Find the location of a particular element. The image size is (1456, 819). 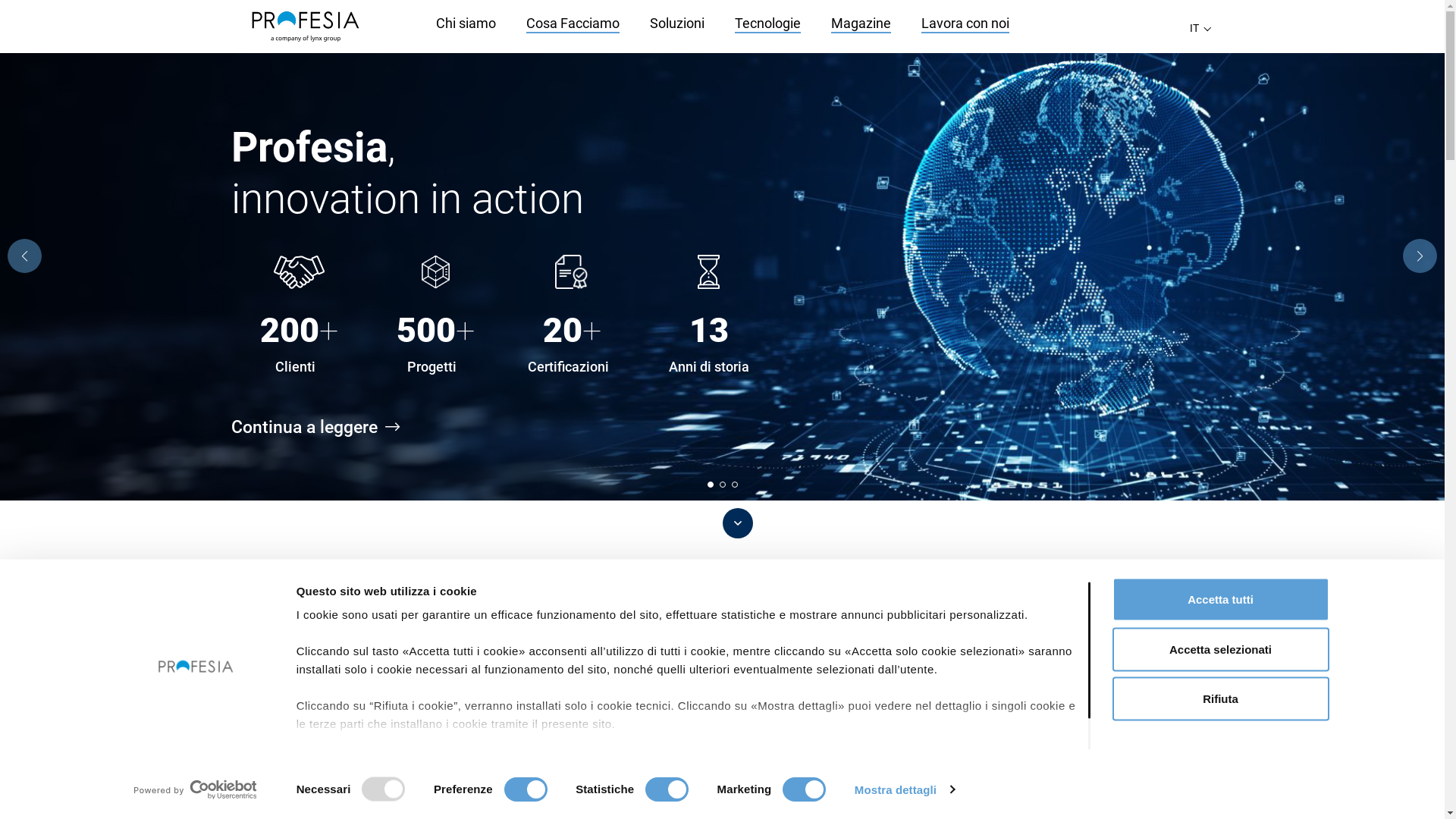

'Accetta tutti' is located at coordinates (1111, 598).